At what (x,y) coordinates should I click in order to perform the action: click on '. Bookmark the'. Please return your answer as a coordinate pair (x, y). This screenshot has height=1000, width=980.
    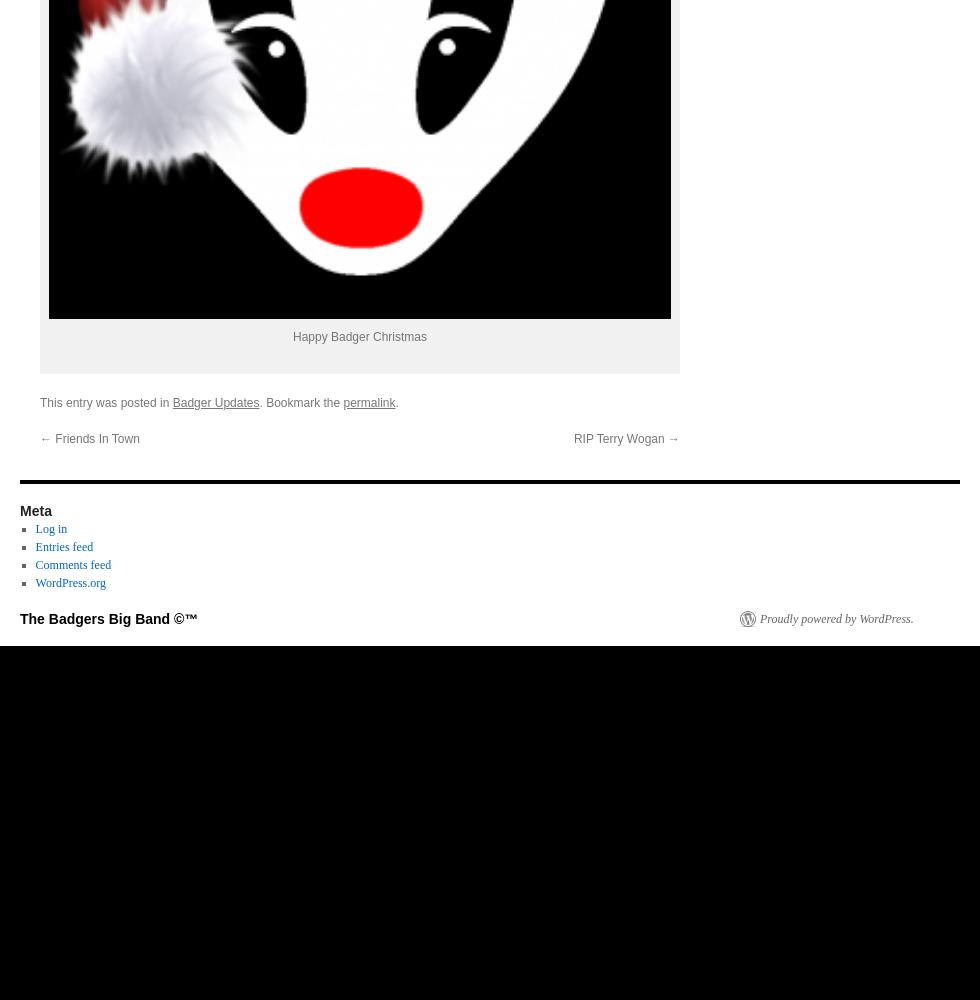
    Looking at the image, I should click on (300, 402).